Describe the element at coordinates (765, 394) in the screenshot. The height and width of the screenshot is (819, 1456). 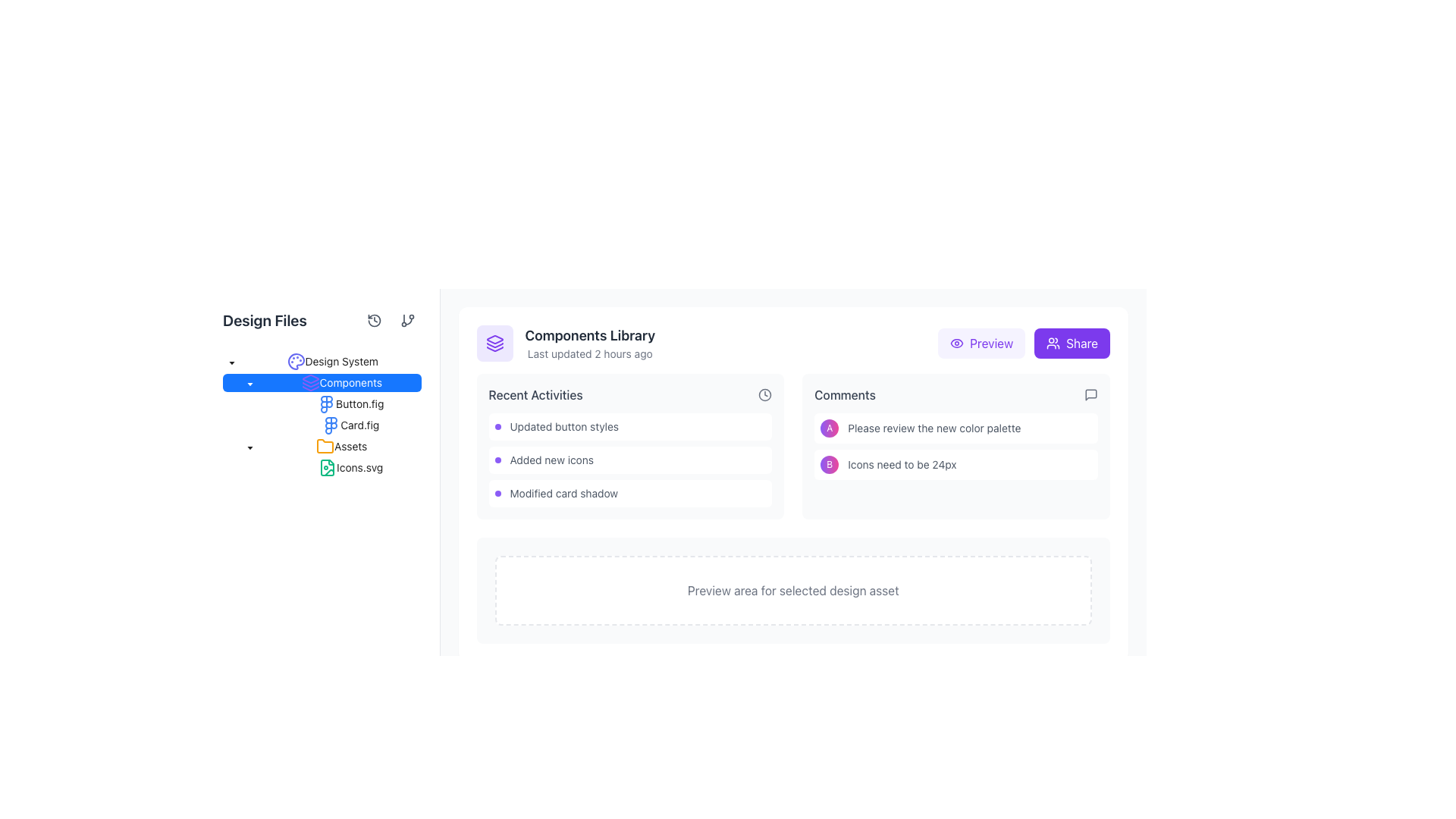
I see `the visual representation of the clock icon located at the top-right corner of the 'Recent Activities' section, adjacent to the 'Recent Activities' text` at that location.